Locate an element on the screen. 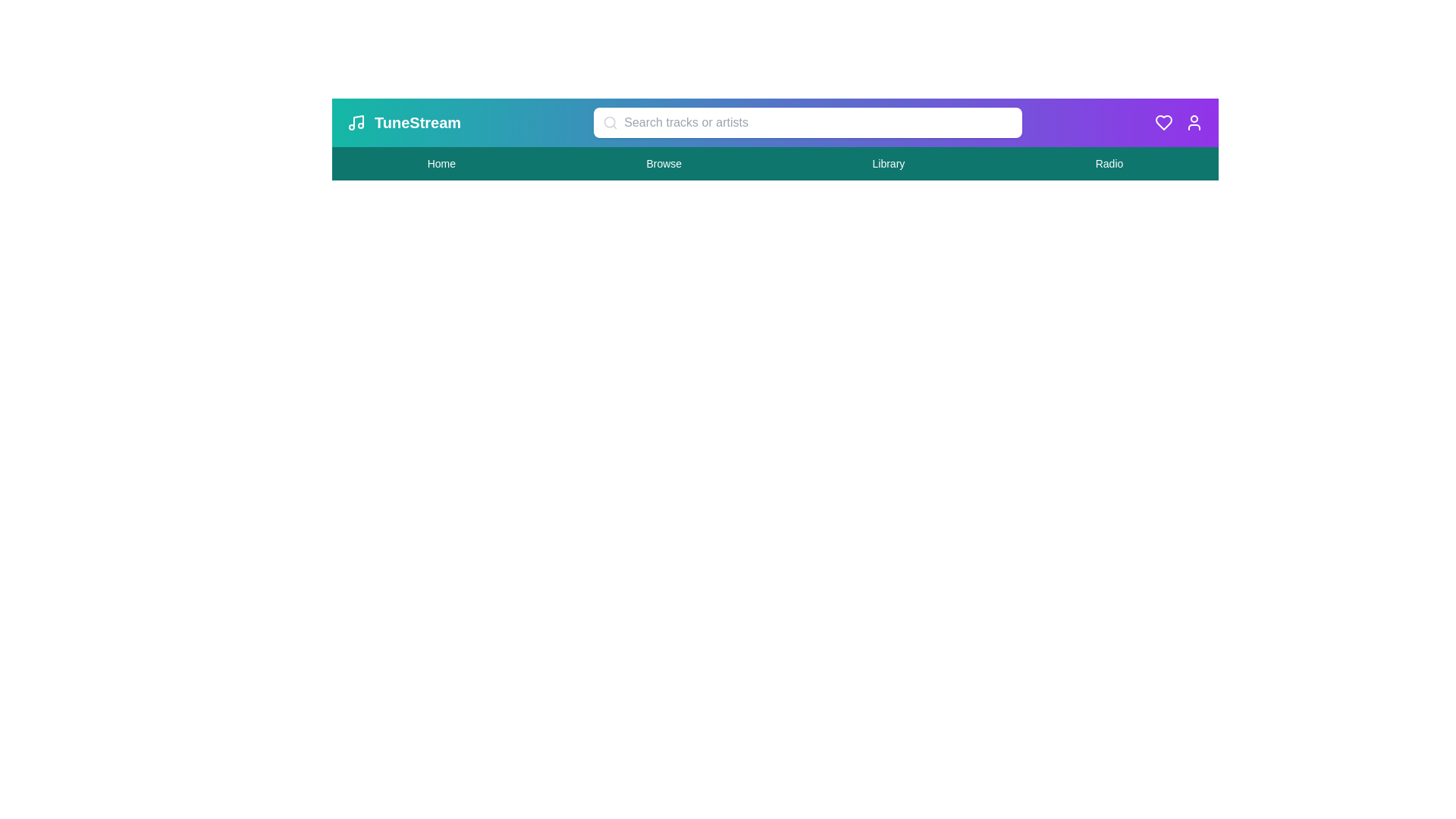 This screenshot has height=819, width=1456. the 'Browse' navigation link in the navigation bar is located at coordinates (664, 164).